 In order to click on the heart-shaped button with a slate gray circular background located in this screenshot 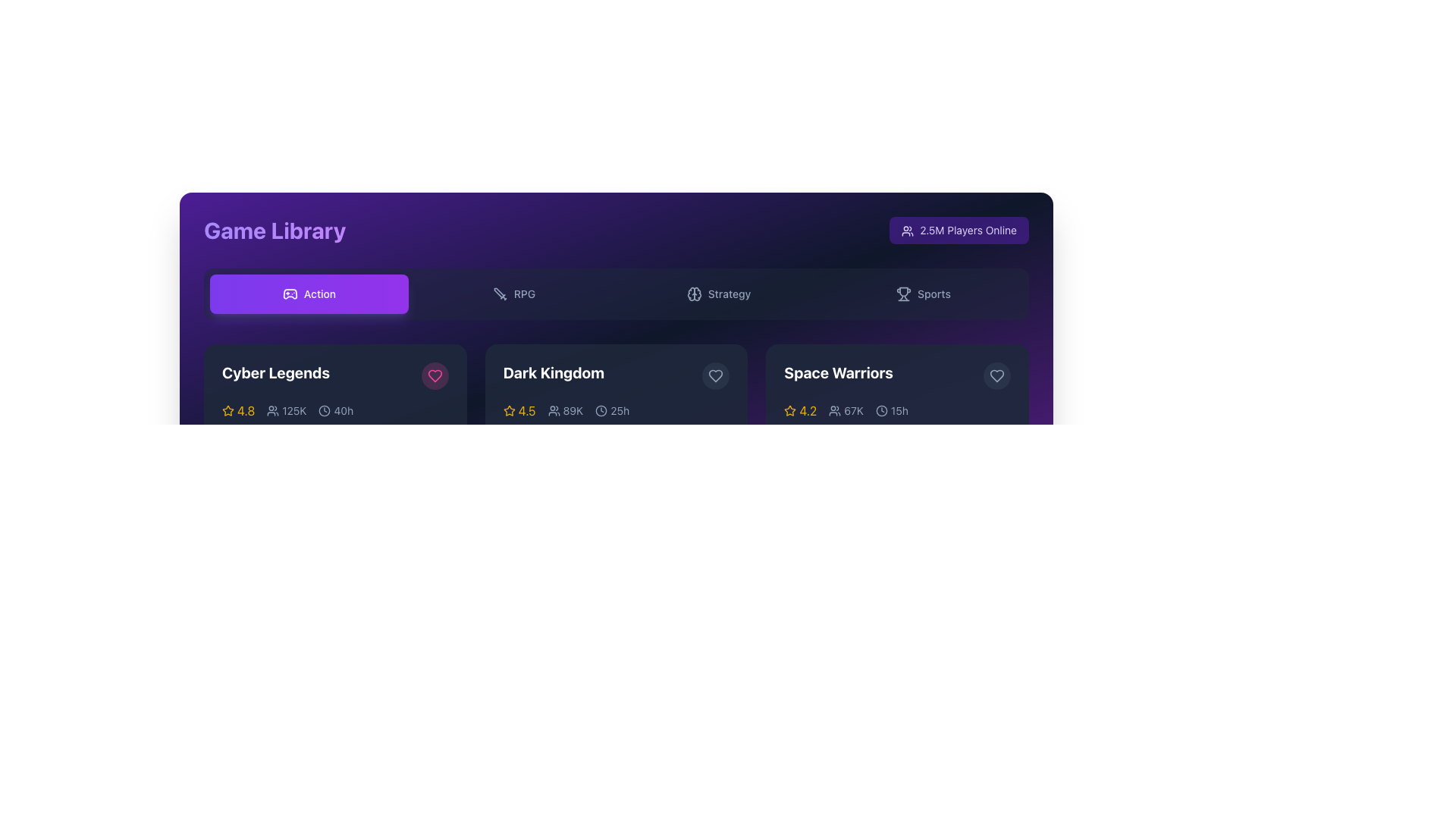, I will do `click(715, 375)`.